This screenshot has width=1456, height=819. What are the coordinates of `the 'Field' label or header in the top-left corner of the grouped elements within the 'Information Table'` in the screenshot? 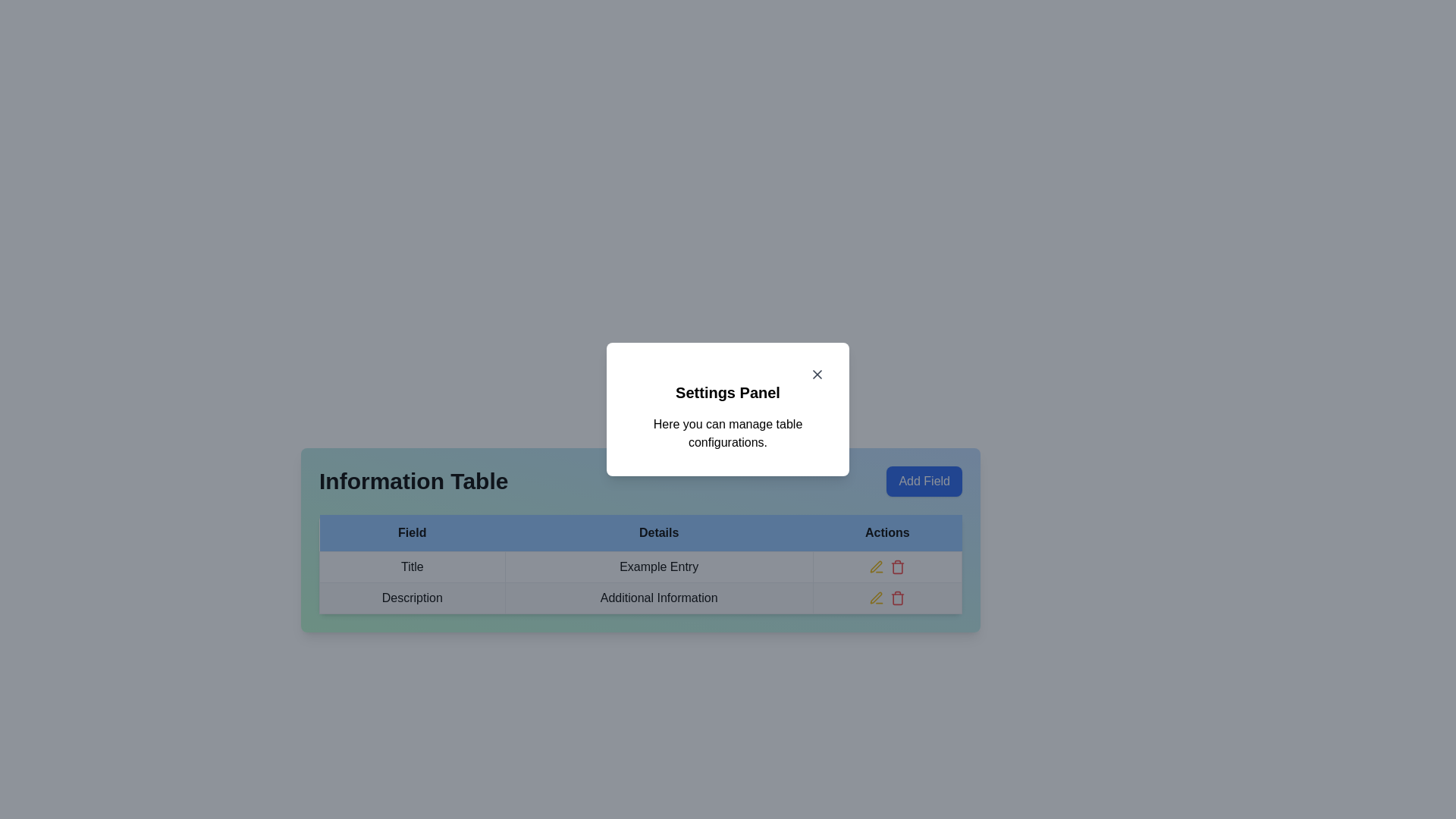 It's located at (412, 532).